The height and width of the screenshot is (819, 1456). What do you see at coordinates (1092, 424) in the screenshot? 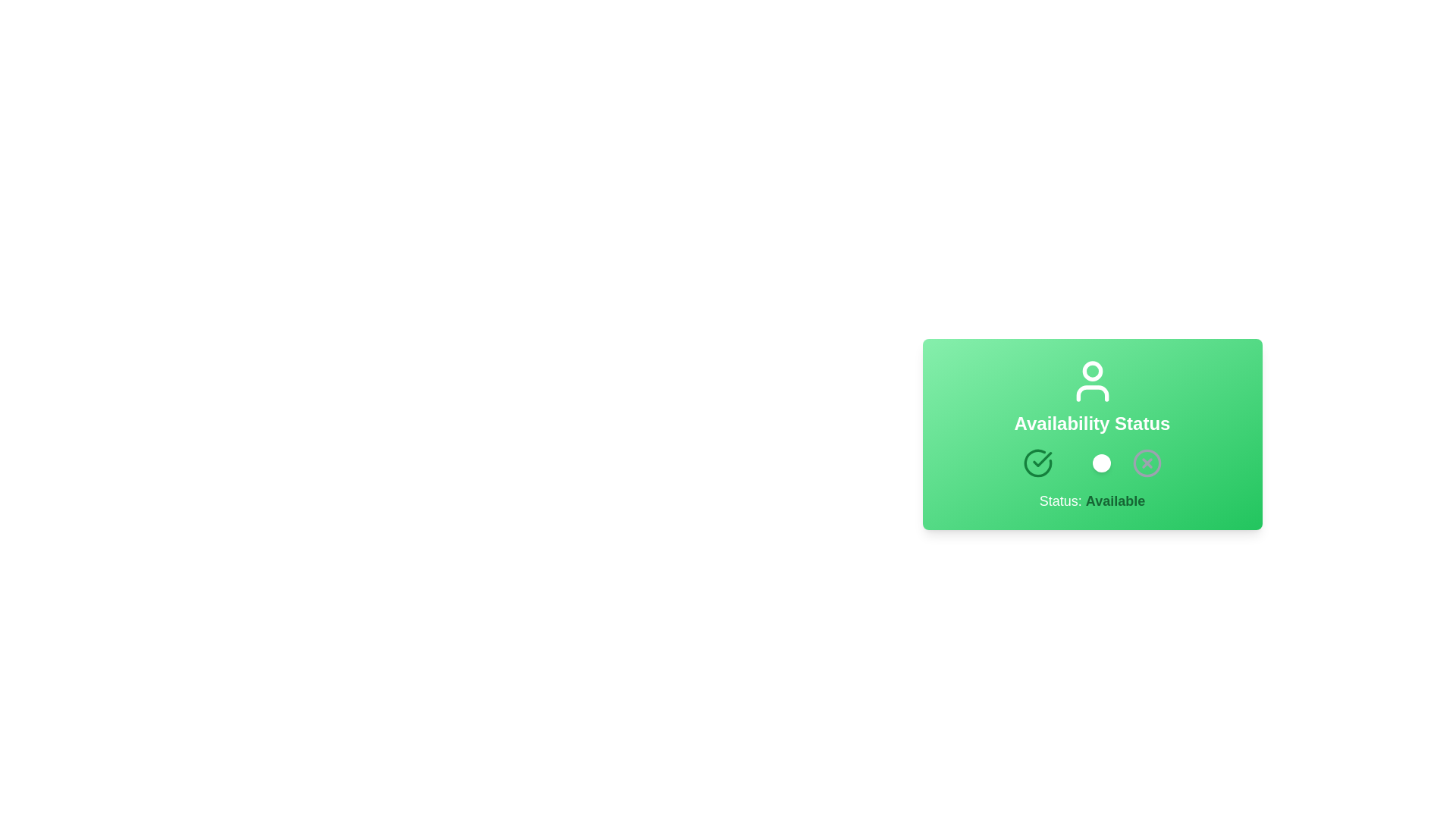
I see `the static textual label displaying 'Availability Status', which is styled in bold and large white font against a green gradient background, located below a user silhouette icon` at bounding box center [1092, 424].